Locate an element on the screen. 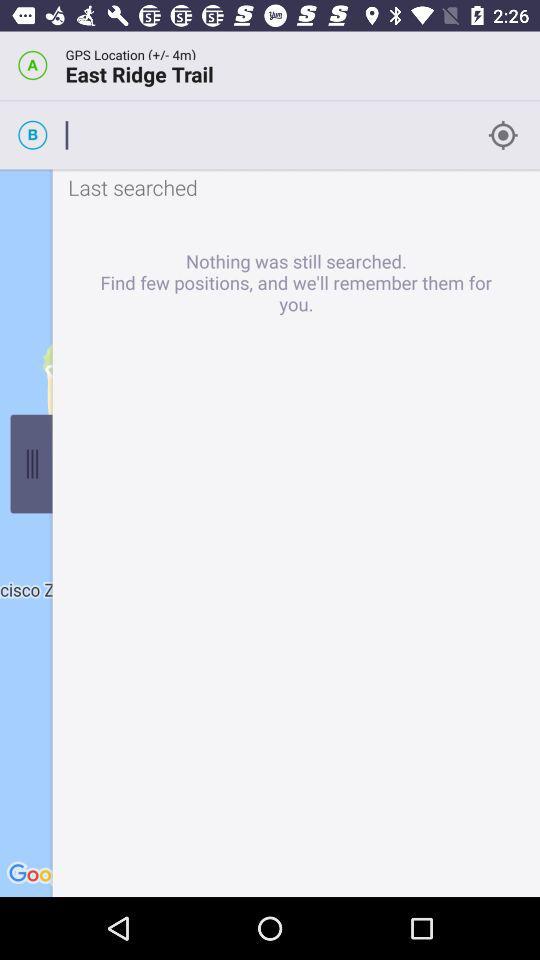 This screenshot has width=540, height=960. the icon beside b is located at coordinates (504, 134).